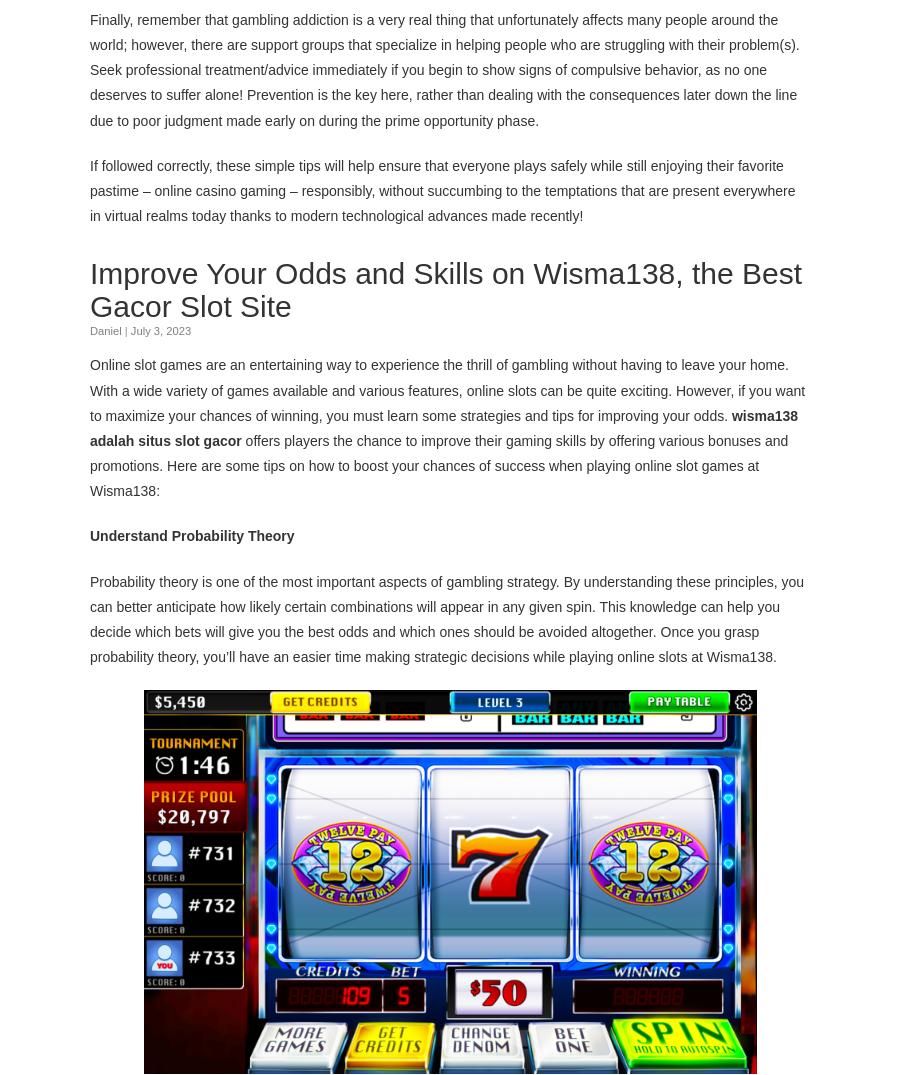  I want to click on 'July 3, 2023', so click(160, 329).